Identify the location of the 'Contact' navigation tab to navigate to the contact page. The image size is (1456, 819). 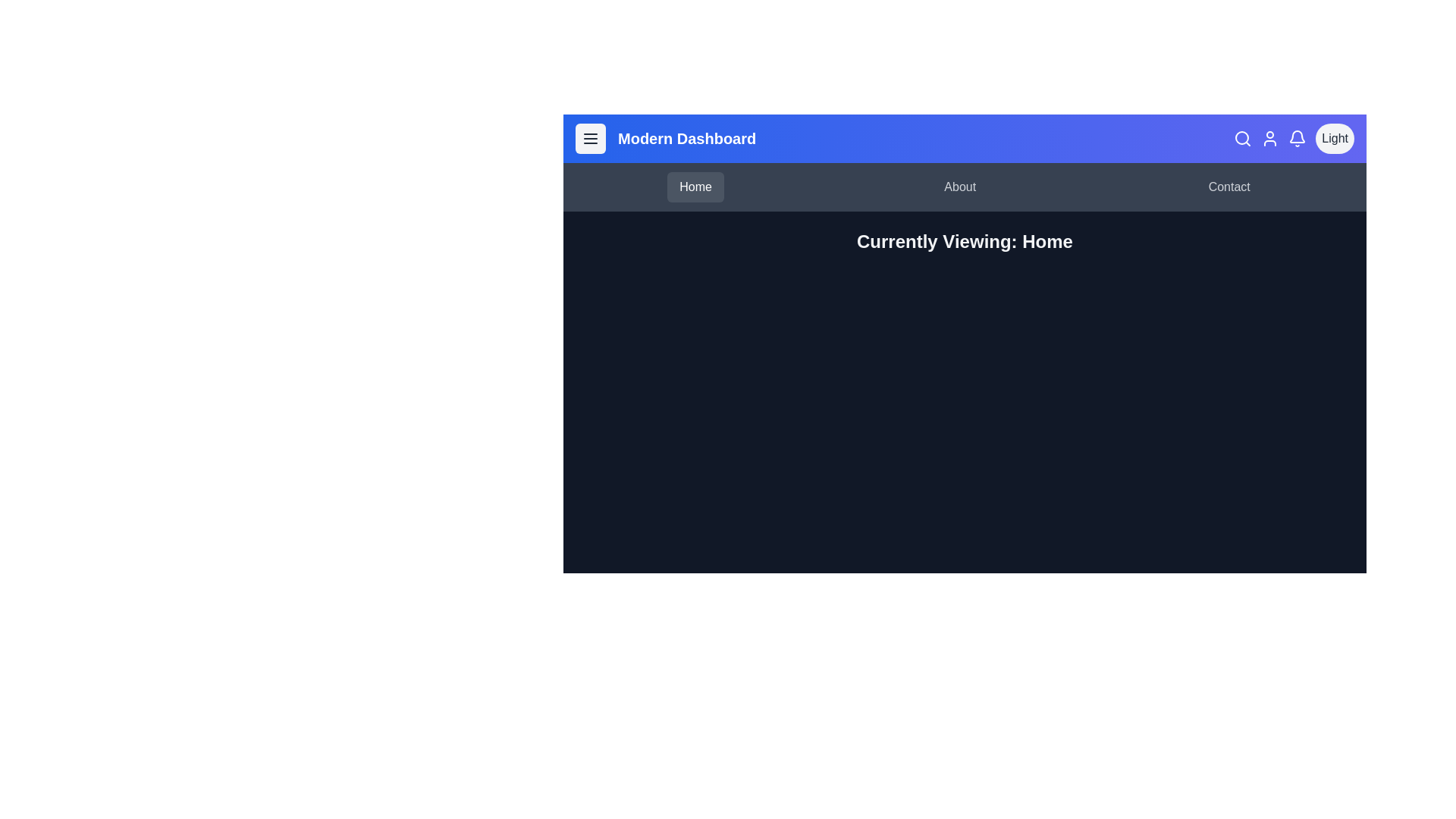
(1229, 186).